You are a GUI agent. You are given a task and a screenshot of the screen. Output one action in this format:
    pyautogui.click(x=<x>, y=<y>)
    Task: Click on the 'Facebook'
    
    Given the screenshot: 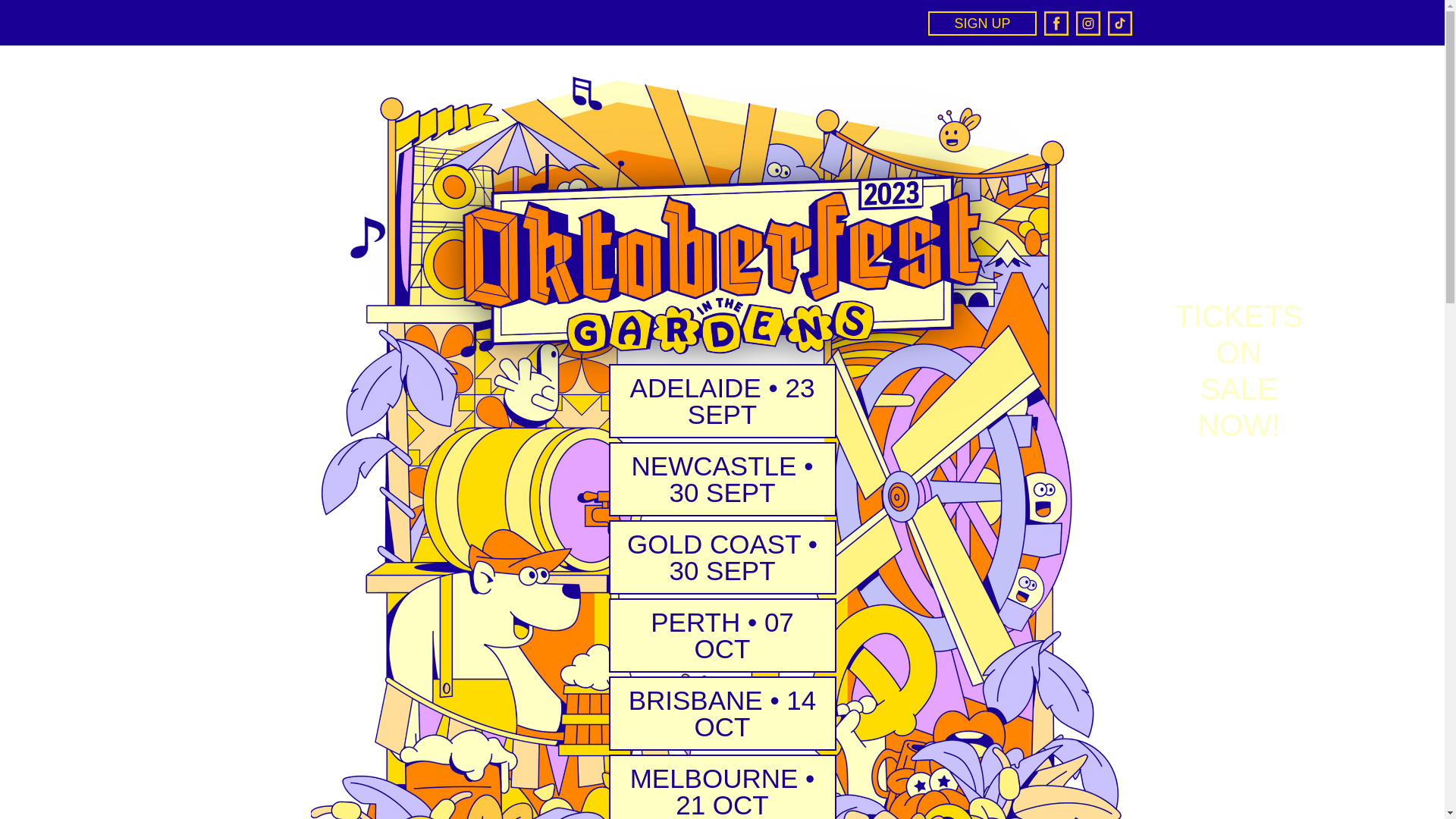 What is the action you would take?
    pyautogui.click(x=1055, y=23)
    